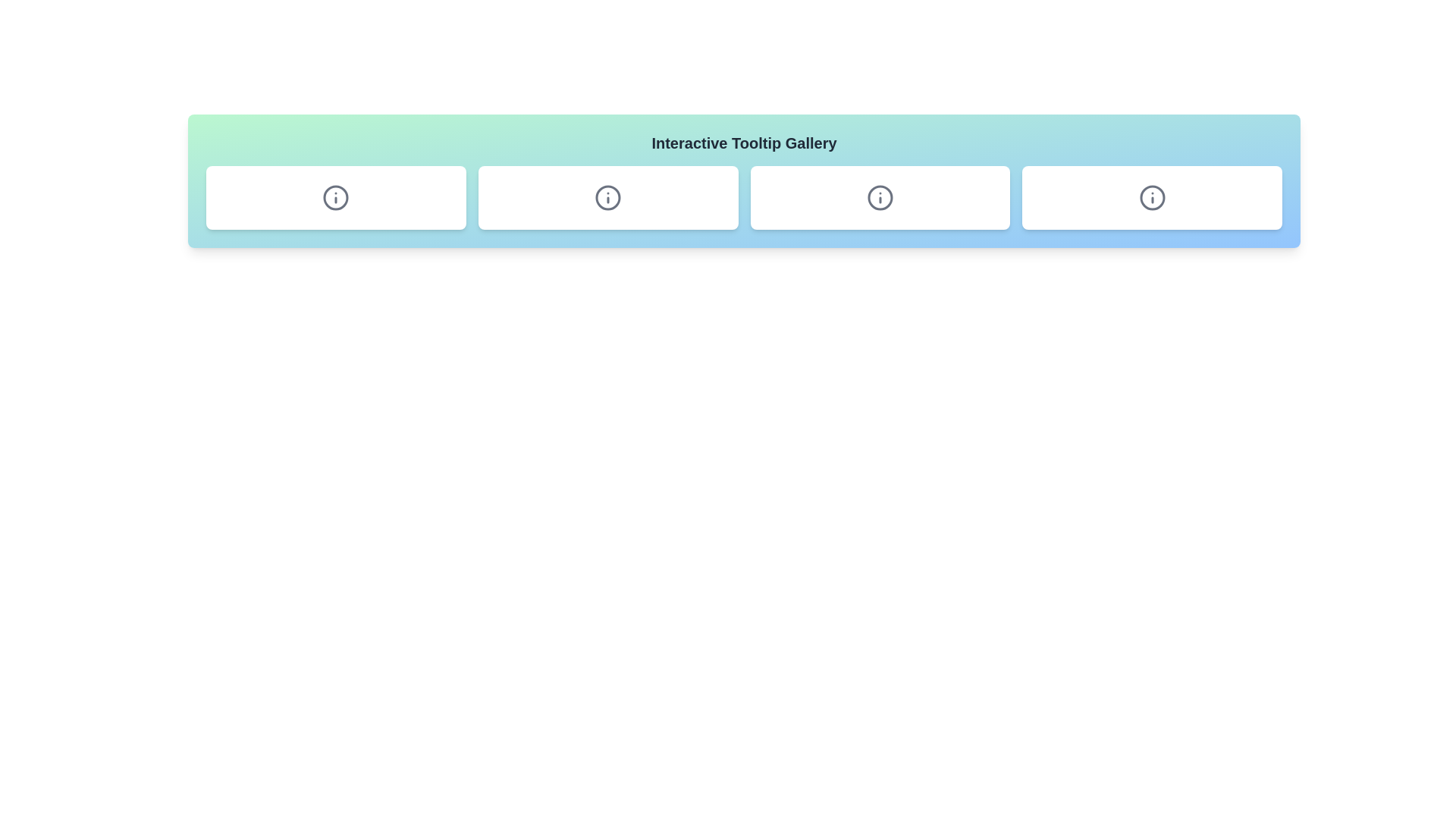 The height and width of the screenshot is (819, 1456). I want to click on the outer circular outline of the information icon, which is represented by an SVG Circle and serves as the bounding graphic for smaller details, so click(880, 197).